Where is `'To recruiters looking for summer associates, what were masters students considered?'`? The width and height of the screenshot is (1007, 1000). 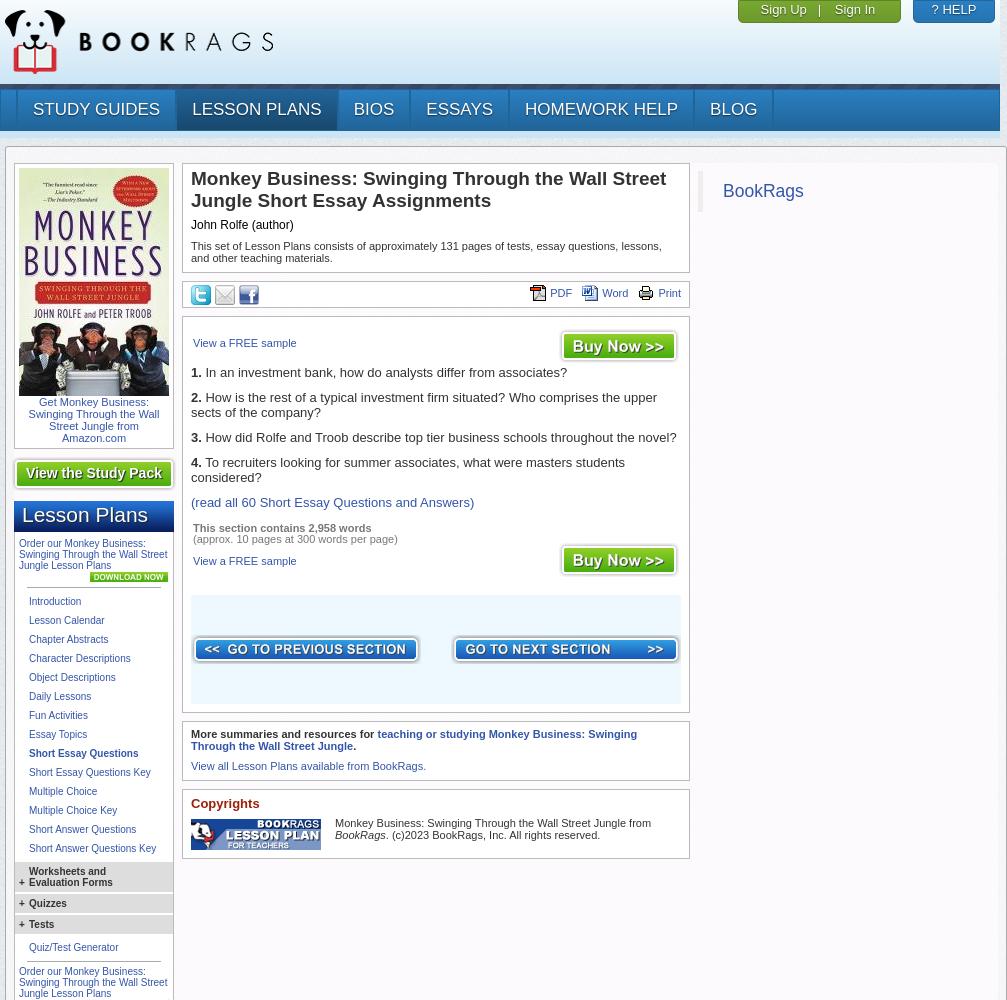 'To recruiters looking for summer associates, what were masters students considered?' is located at coordinates (408, 469).